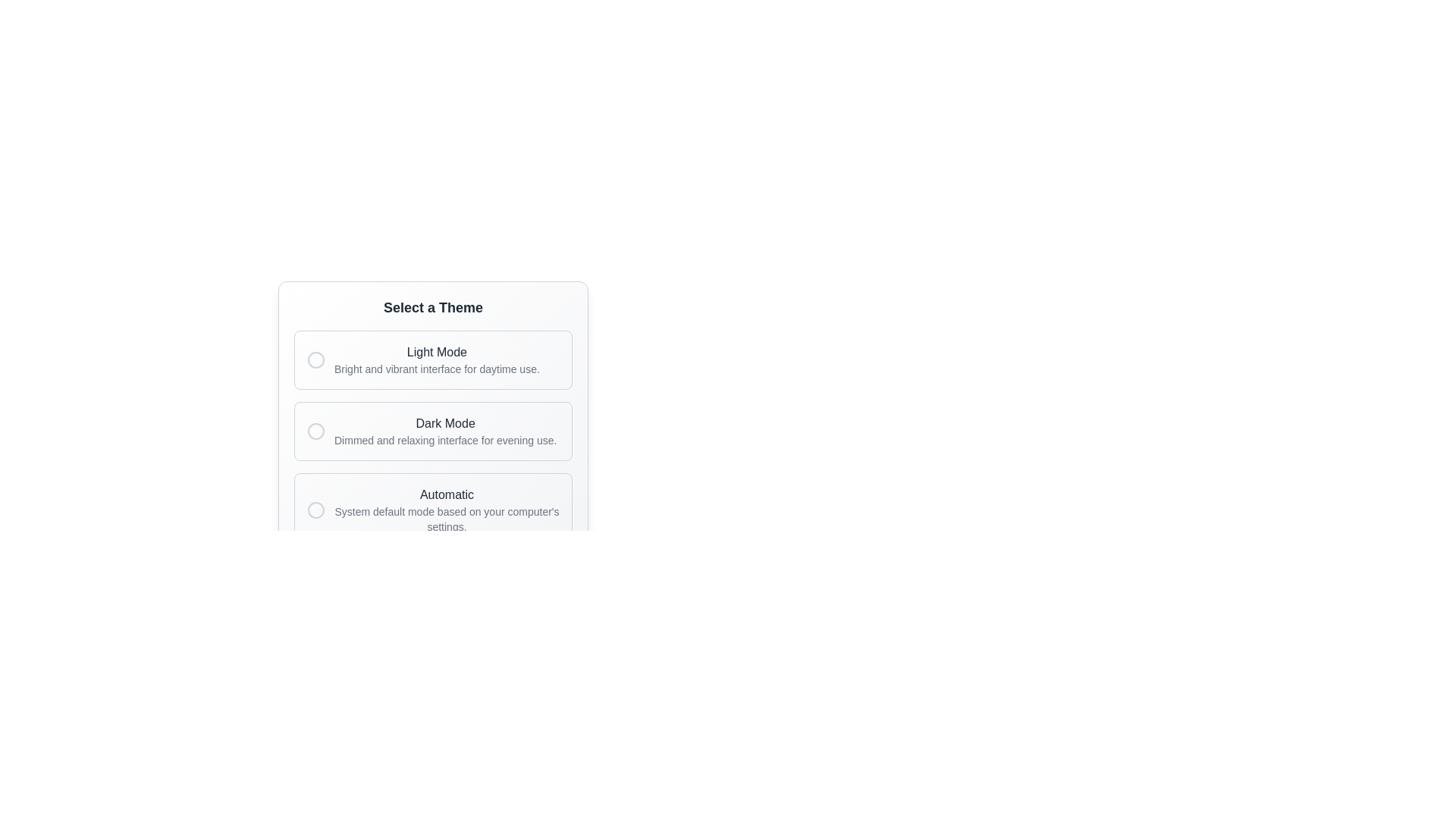  What do you see at coordinates (436, 353) in the screenshot?
I see `the Text Label that serves as the title or option label for selecting a theme mode, located centrally above the description text` at bounding box center [436, 353].